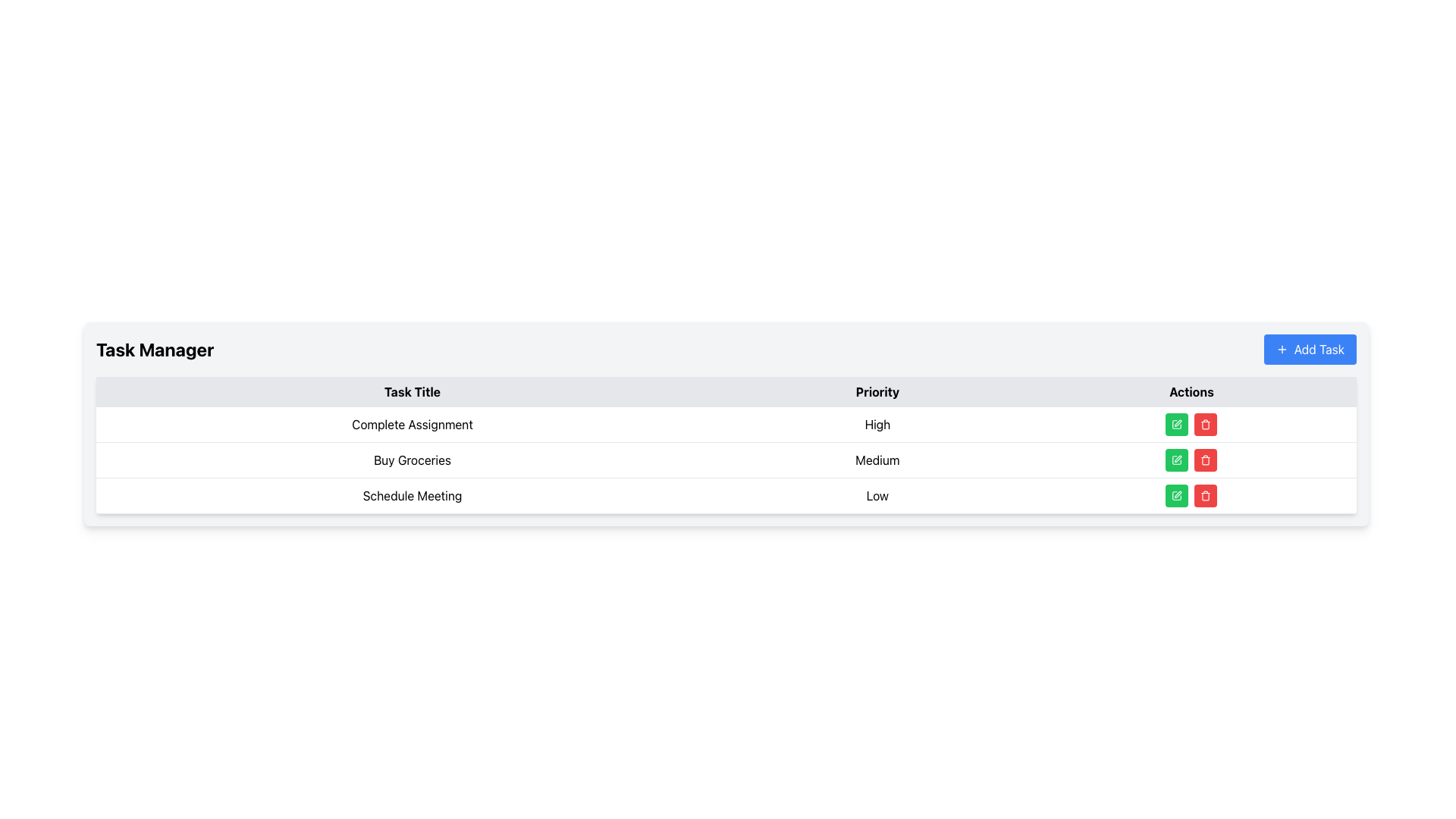 This screenshot has height=819, width=1456. I want to click on the Text label displaying the task title in the first row of the task management table, located under the 'Task Title' column, so click(412, 425).